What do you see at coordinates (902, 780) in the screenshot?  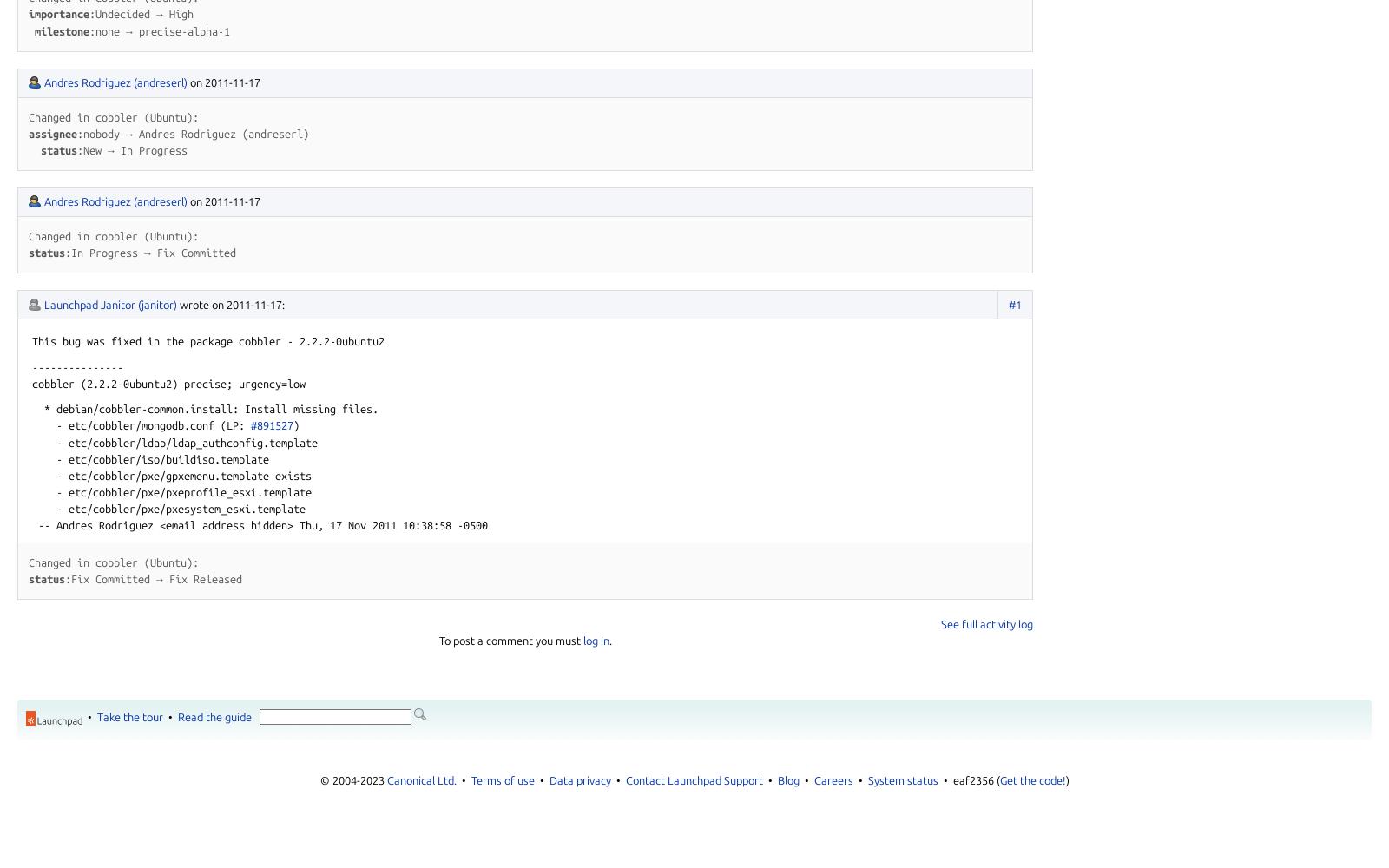 I see `'System status'` at bounding box center [902, 780].